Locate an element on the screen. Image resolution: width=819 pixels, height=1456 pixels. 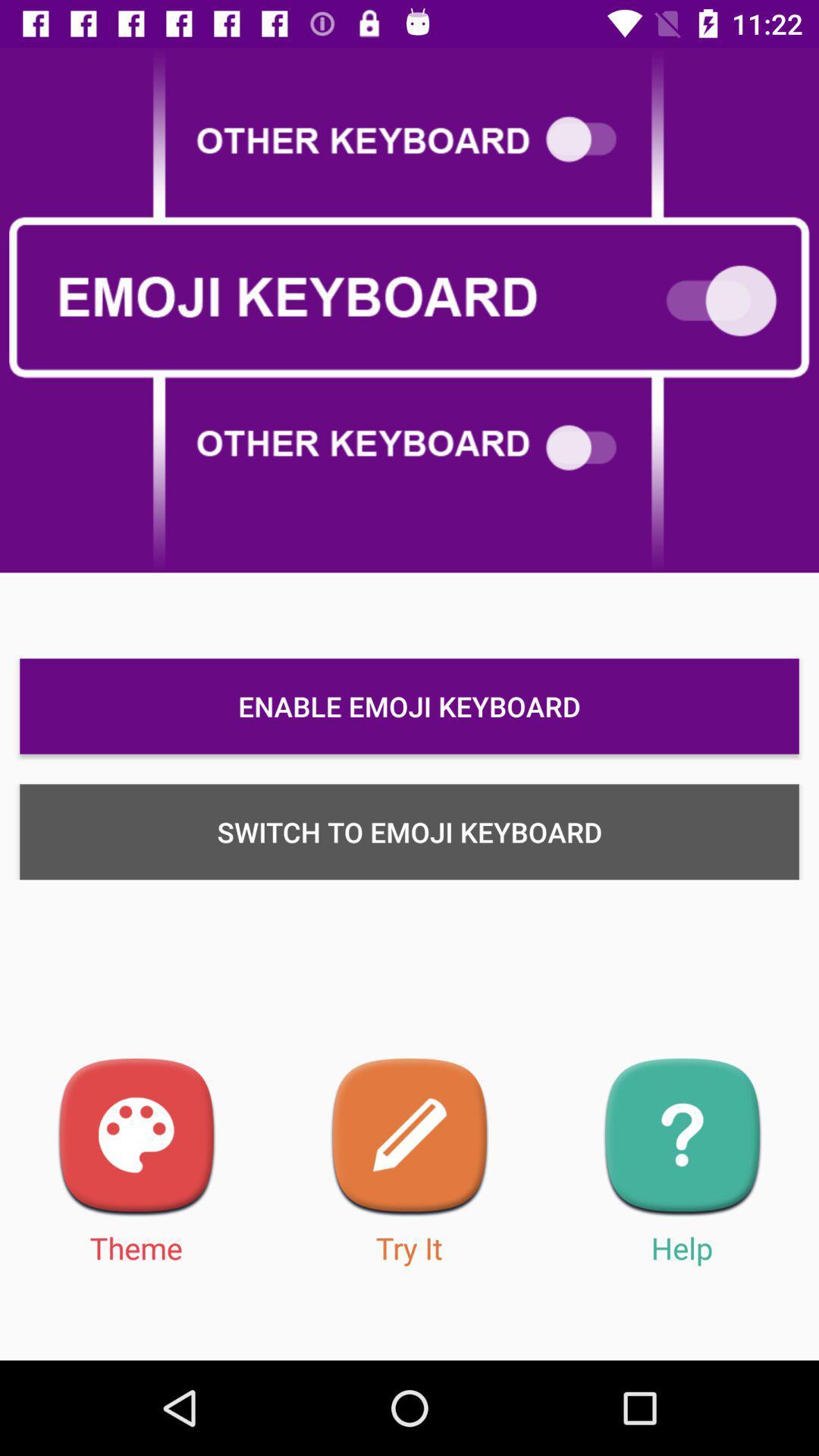
edit text is located at coordinates (409, 1137).